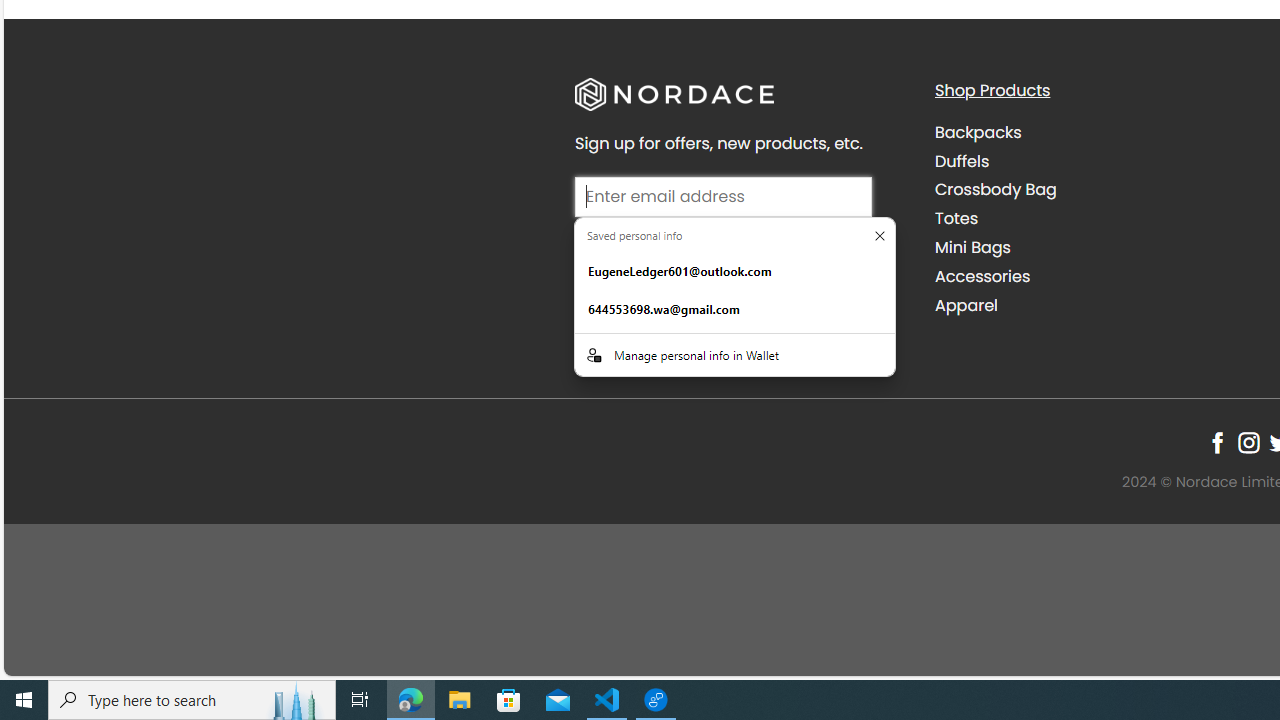 The image size is (1280, 720). What do you see at coordinates (1098, 160) in the screenshot?
I see `'Duffels'` at bounding box center [1098, 160].